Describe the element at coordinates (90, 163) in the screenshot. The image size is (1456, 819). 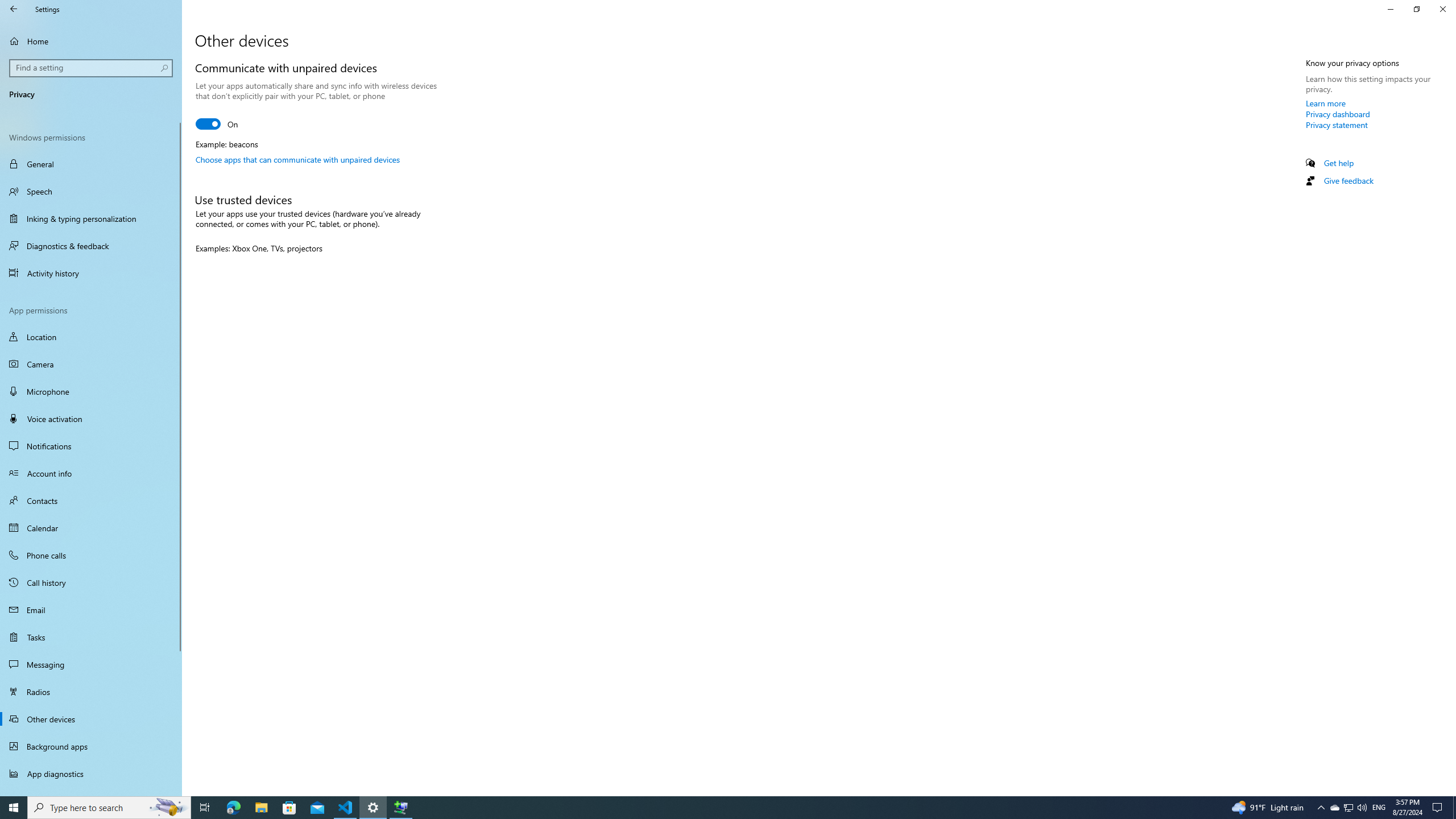
I see `'General'` at that location.